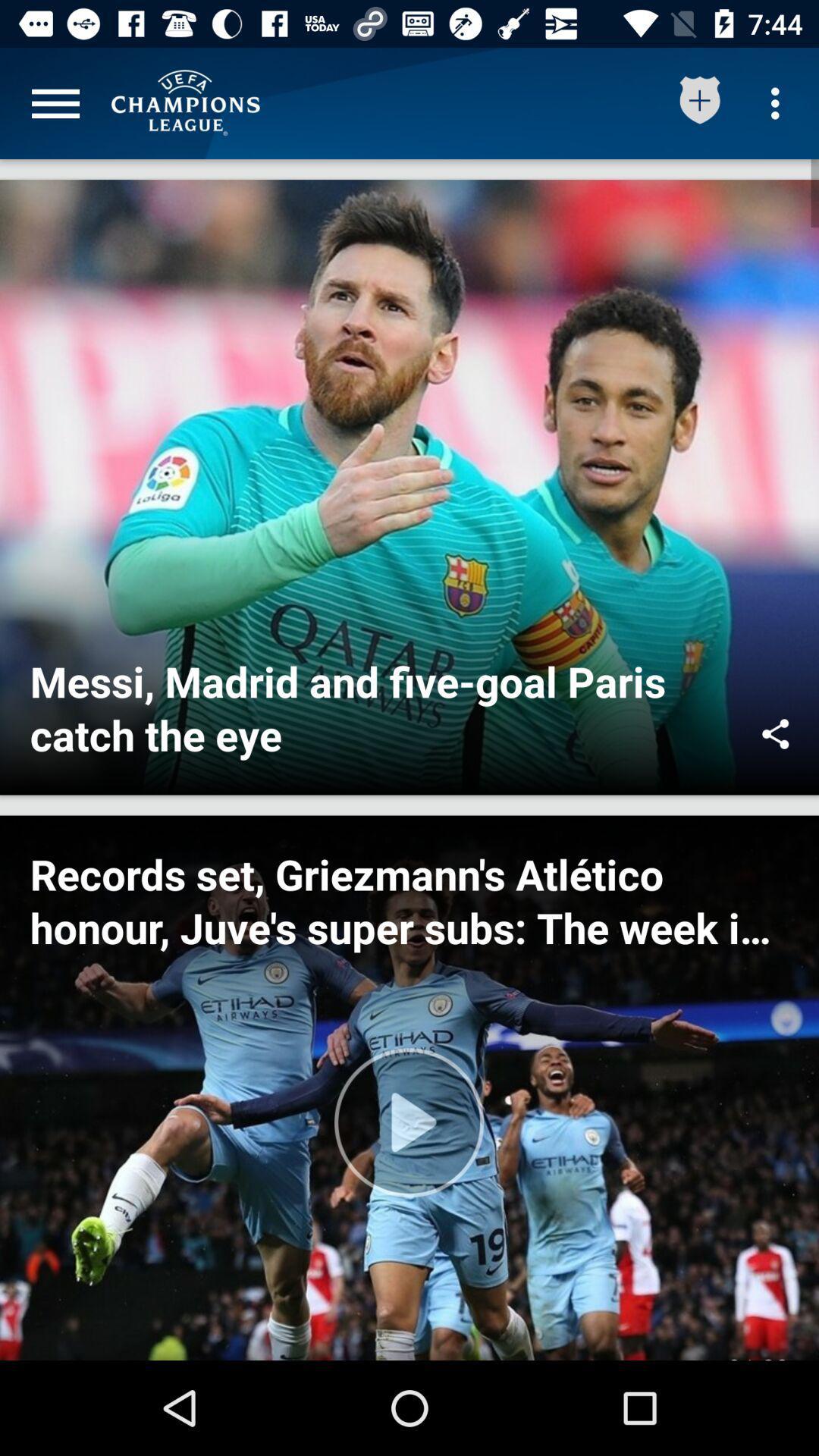  What do you see at coordinates (55, 102) in the screenshot?
I see `menu` at bounding box center [55, 102].